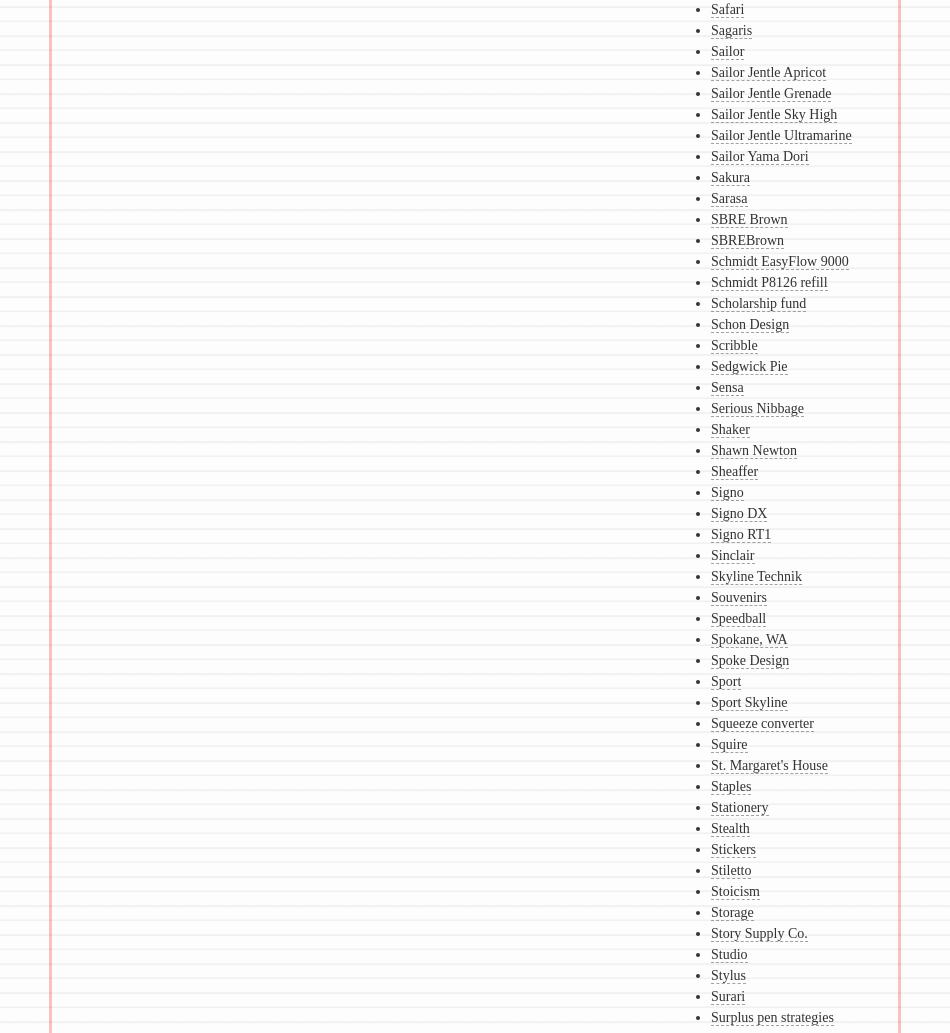 Image resolution: width=950 pixels, height=1033 pixels. Describe the element at coordinates (724, 680) in the screenshot. I see `'Sport'` at that location.